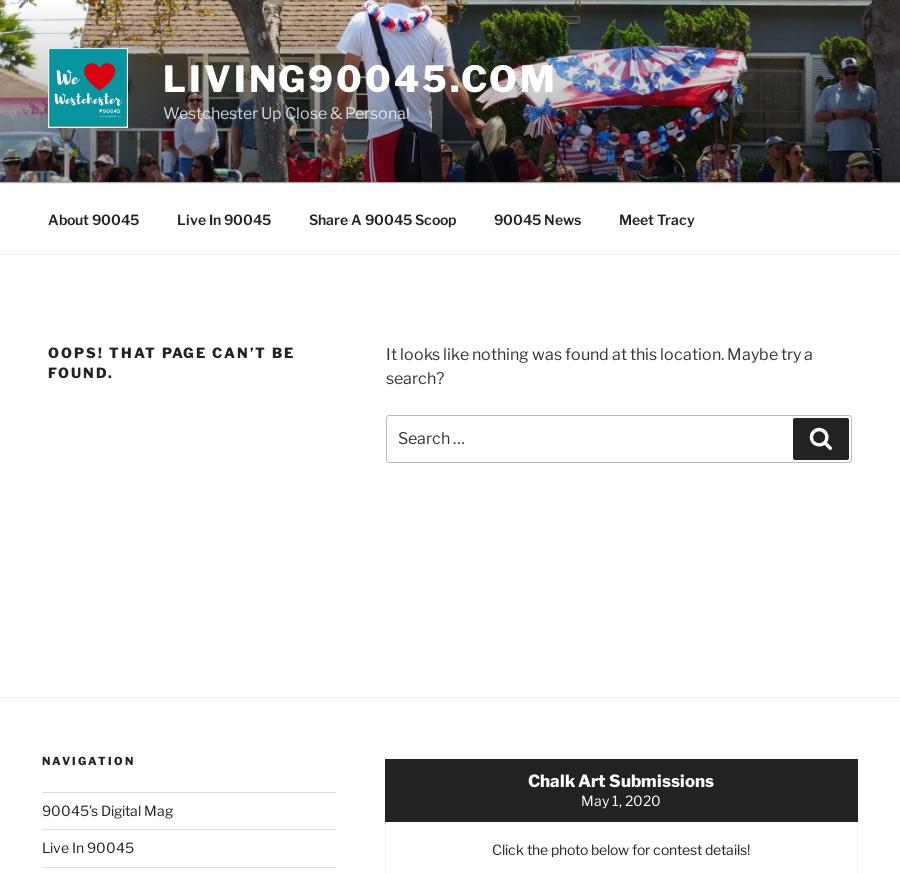 The height and width of the screenshot is (874, 900). I want to click on 'Click the photo below for contest details!', so click(621, 848).